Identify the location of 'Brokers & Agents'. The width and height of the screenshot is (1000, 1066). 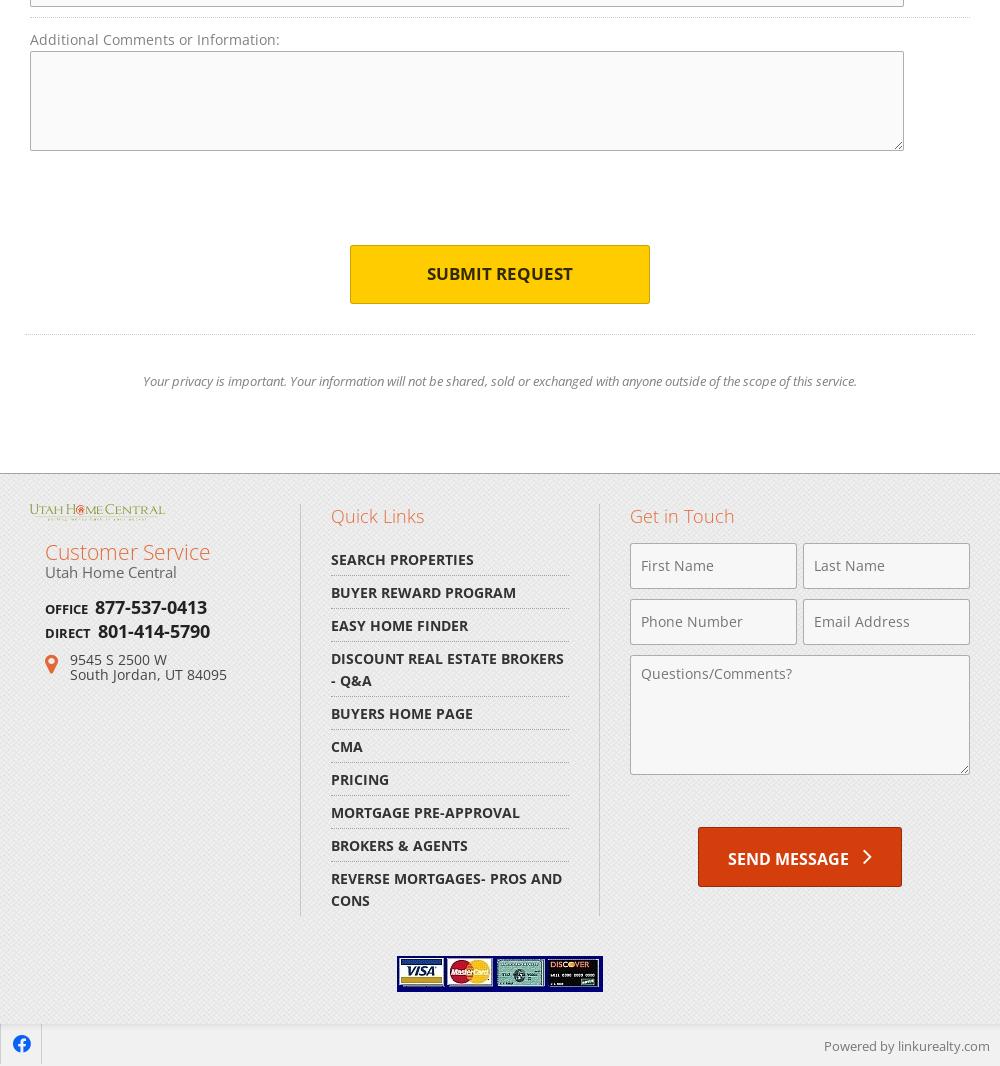
(399, 844).